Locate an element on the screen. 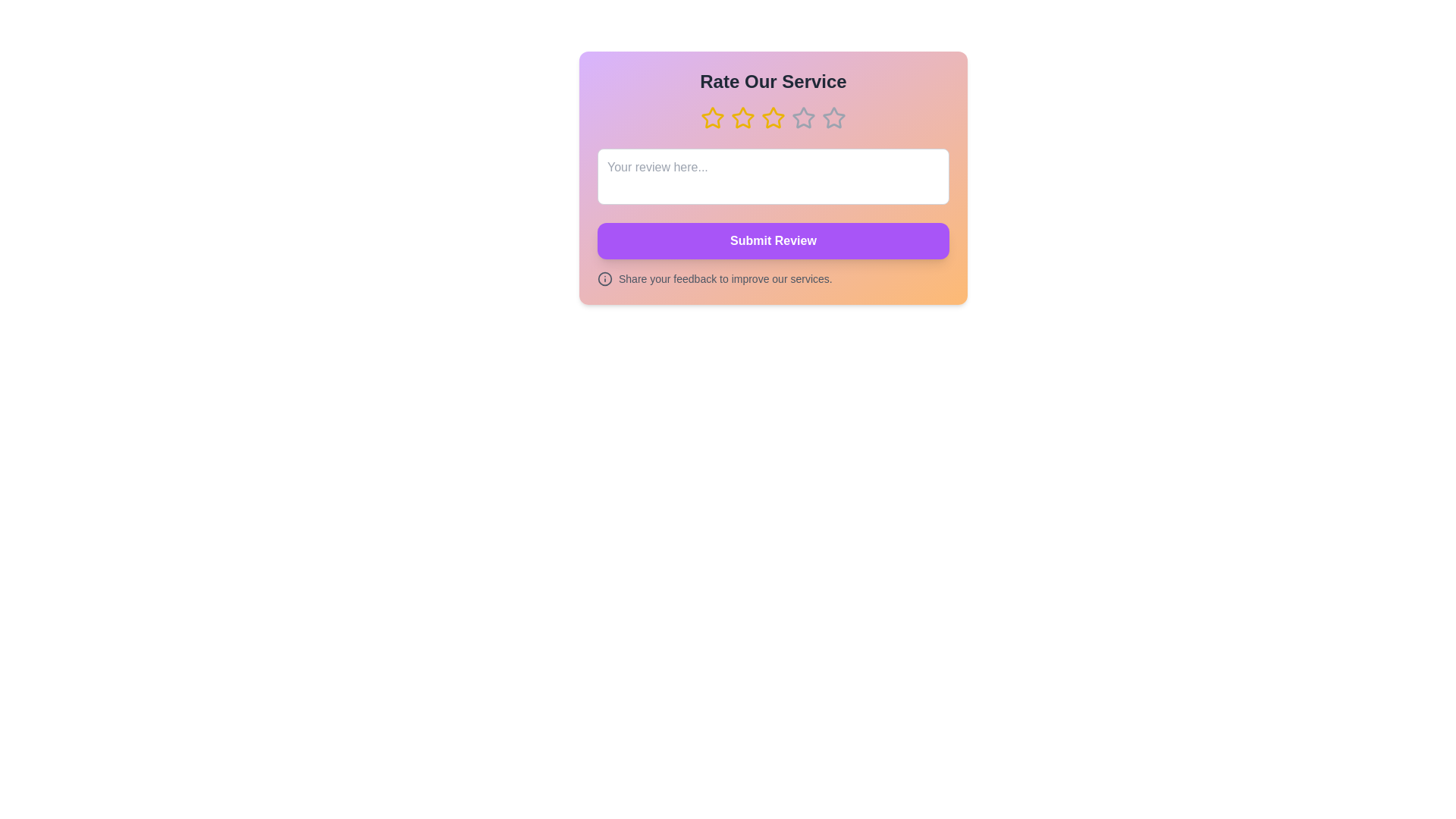 This screenshot has height=819, width=1456. on the first star icon in the rating system, located at the top center of the interface below the 'Rate Our Service' heading is located at coordinates (712, 117).